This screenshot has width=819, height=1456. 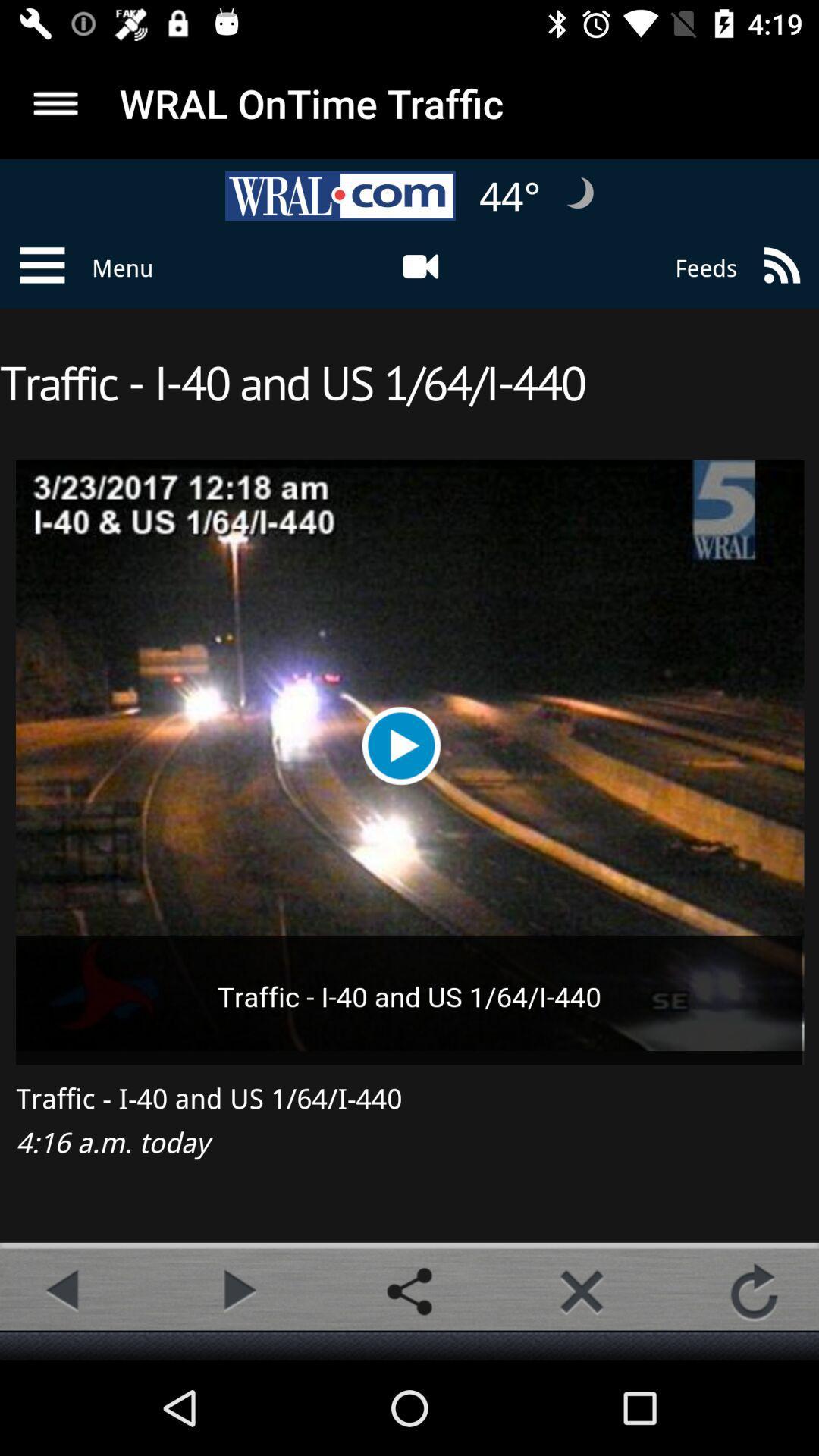 I want to click on forward, so click(x=237, y=1291).